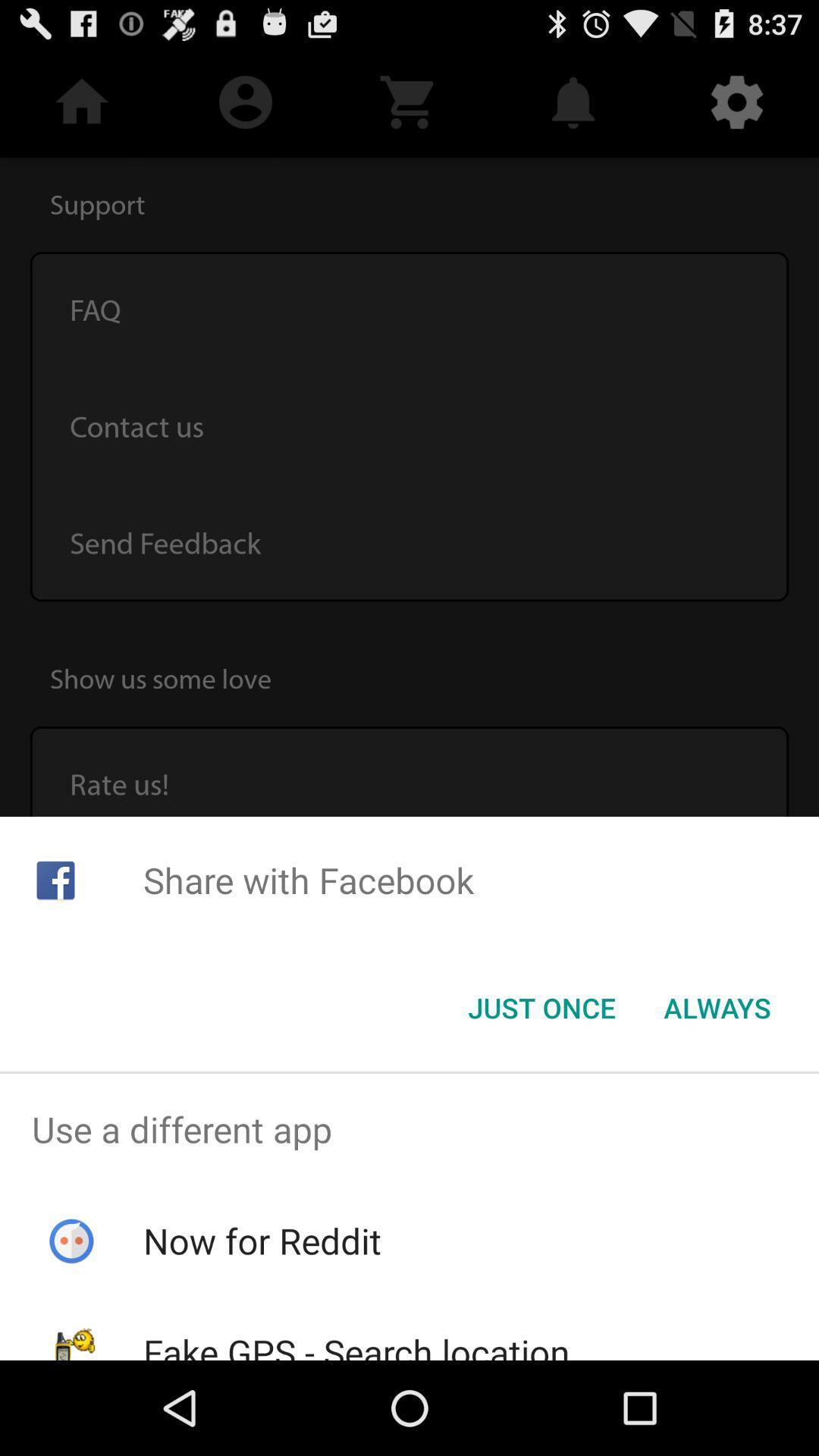 The height and width of the screenshot is (1456, 819). Describe the element at coordinates (717, 1008) in the screenshot. I see `the always button` at that location.